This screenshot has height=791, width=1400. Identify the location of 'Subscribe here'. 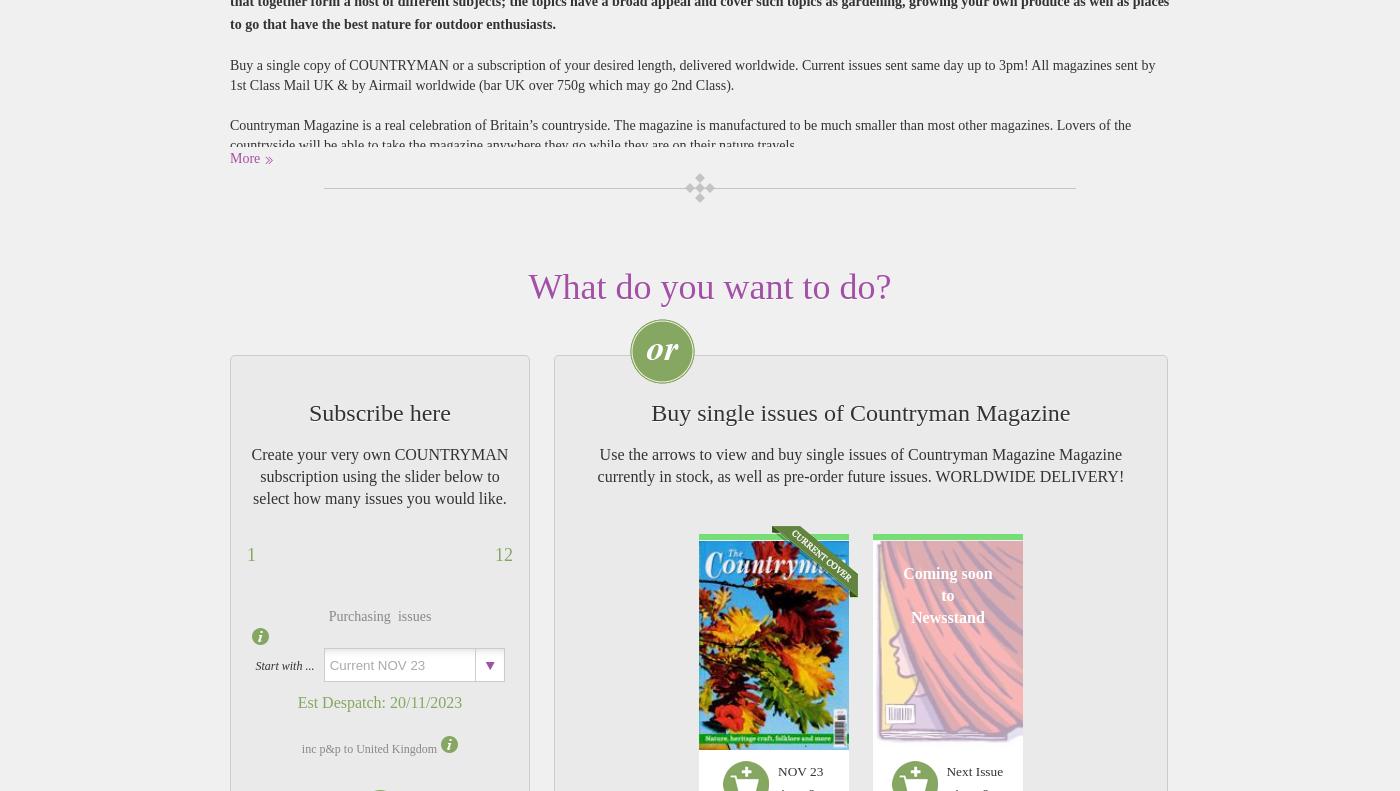
(379, 412).